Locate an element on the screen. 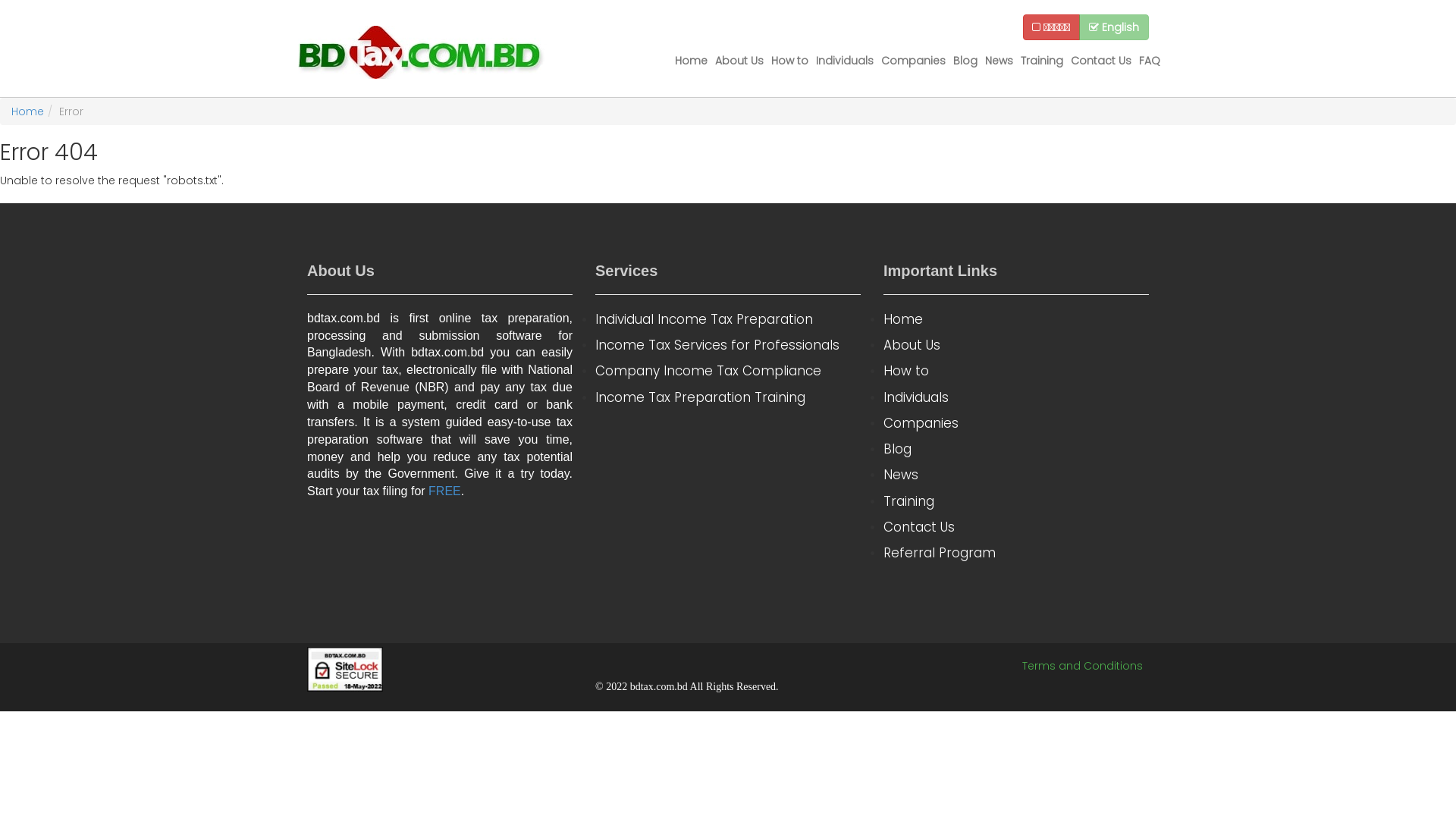 The image size is (1456, 819). 'Companies' is located at coordinates (1015, 423).